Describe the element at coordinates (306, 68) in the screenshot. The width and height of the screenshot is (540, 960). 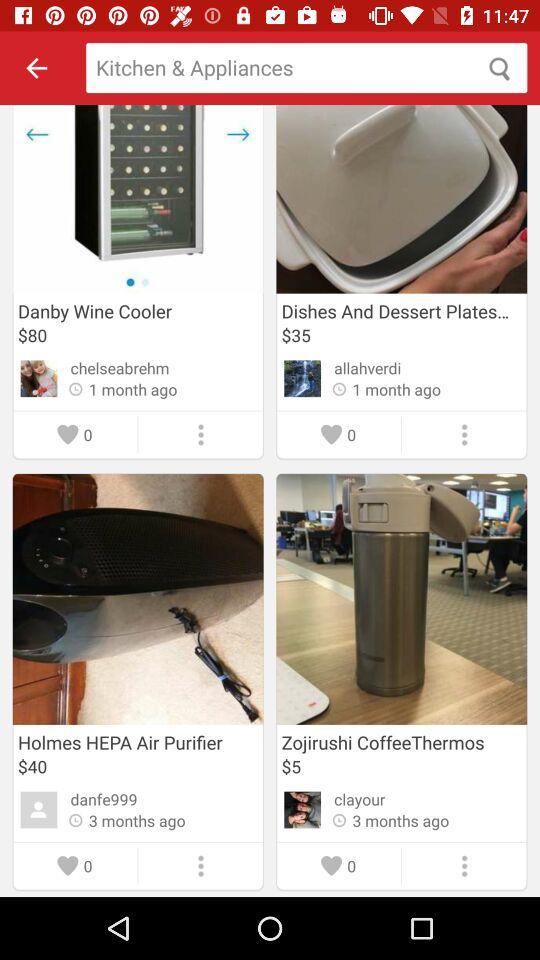
I see `search box` at that location.